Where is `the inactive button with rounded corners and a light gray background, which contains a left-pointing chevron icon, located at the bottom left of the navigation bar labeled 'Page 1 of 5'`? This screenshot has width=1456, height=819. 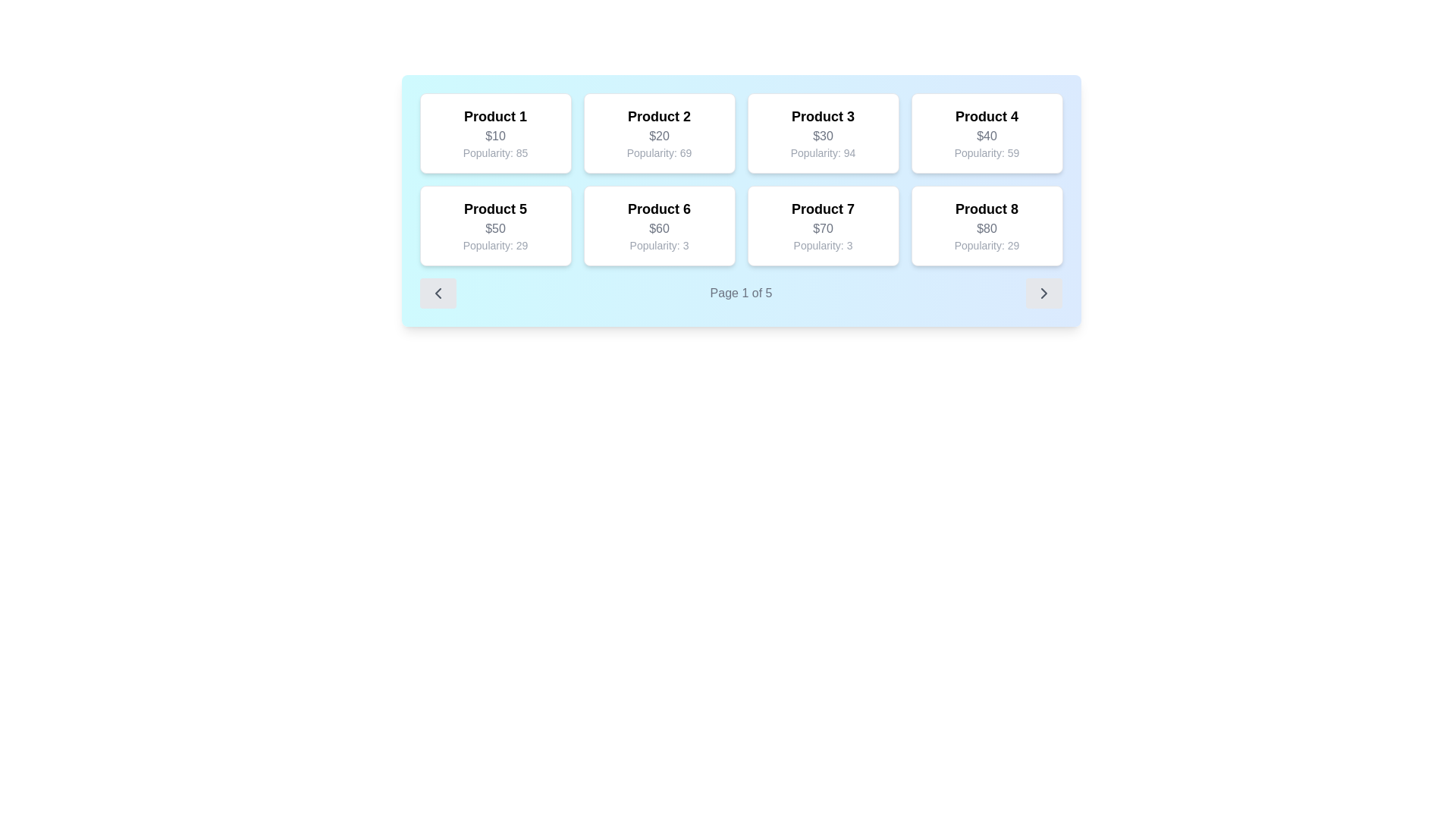 the inactive button with rounded corners and a light gray background, which contains a left-pointing chevron icon, located at the bottom left of the navigation bar labeled 'Page 1 of 5' is located at coordinates (437, 293).